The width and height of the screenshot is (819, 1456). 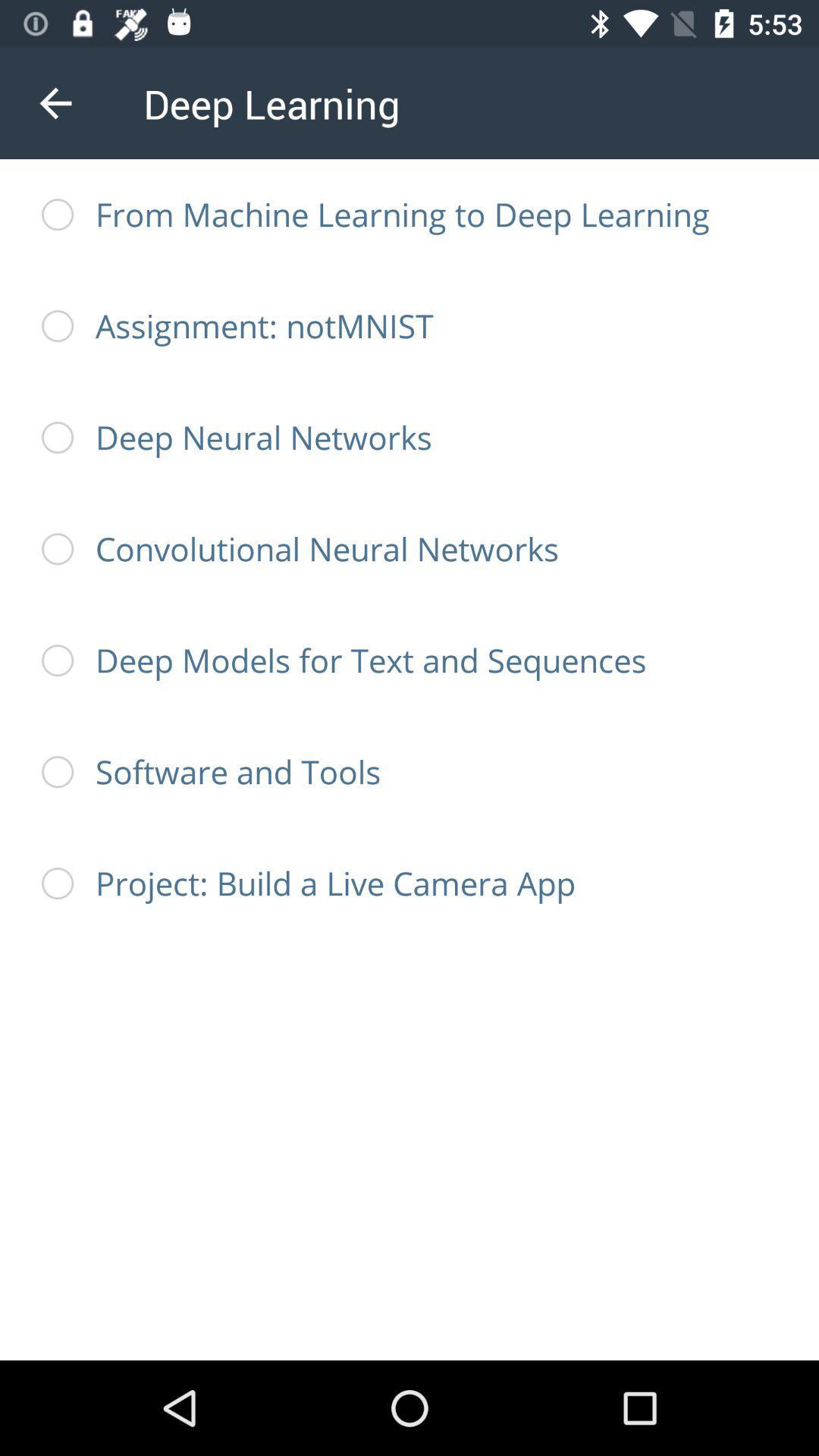 I want to click on second radio button from top, so click(x=57, y=325).